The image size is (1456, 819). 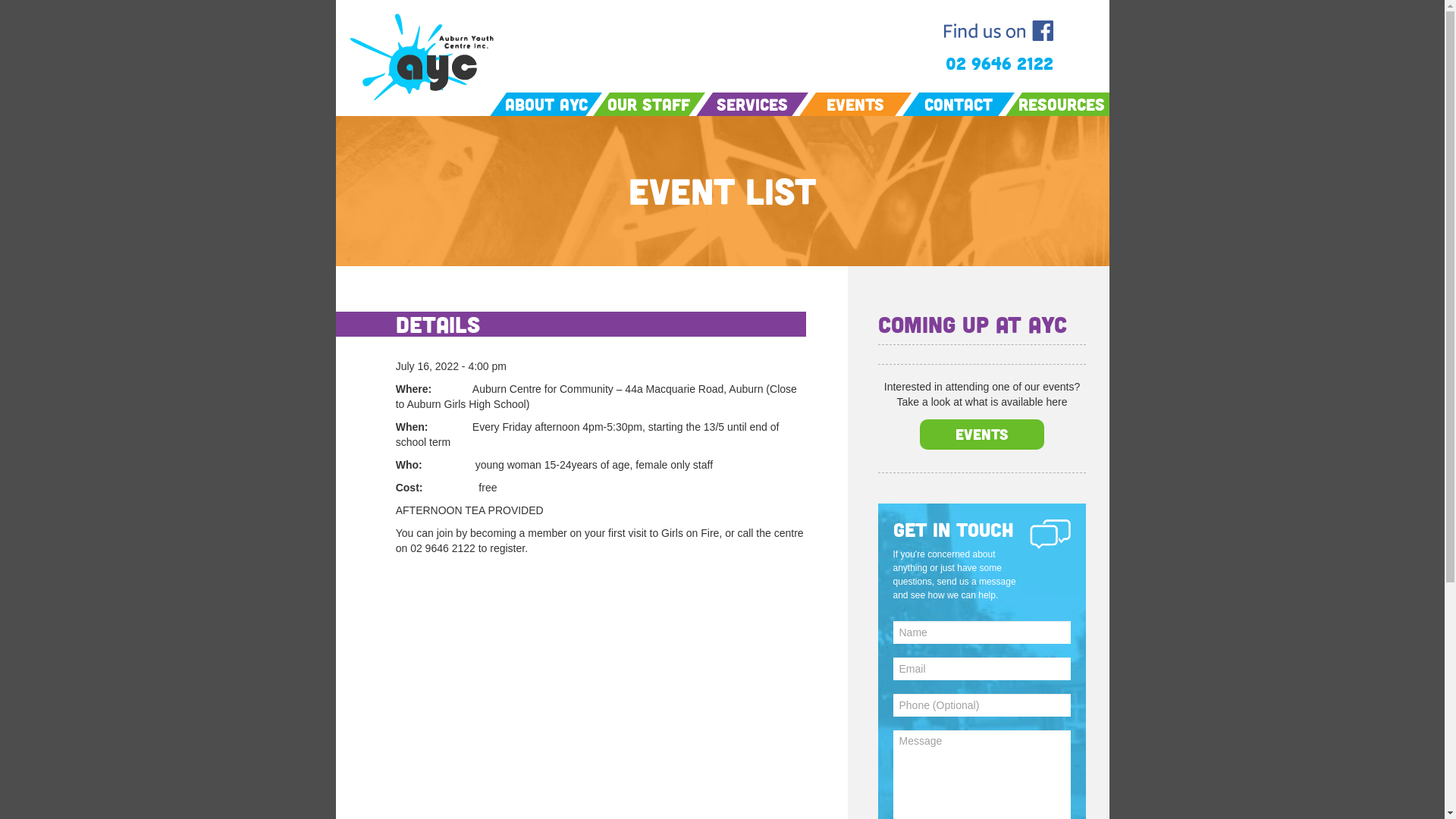 What do you see at coordinates (957, 103) in the screenshot?
I see `'Contact'` at bounding box center [957, 103].